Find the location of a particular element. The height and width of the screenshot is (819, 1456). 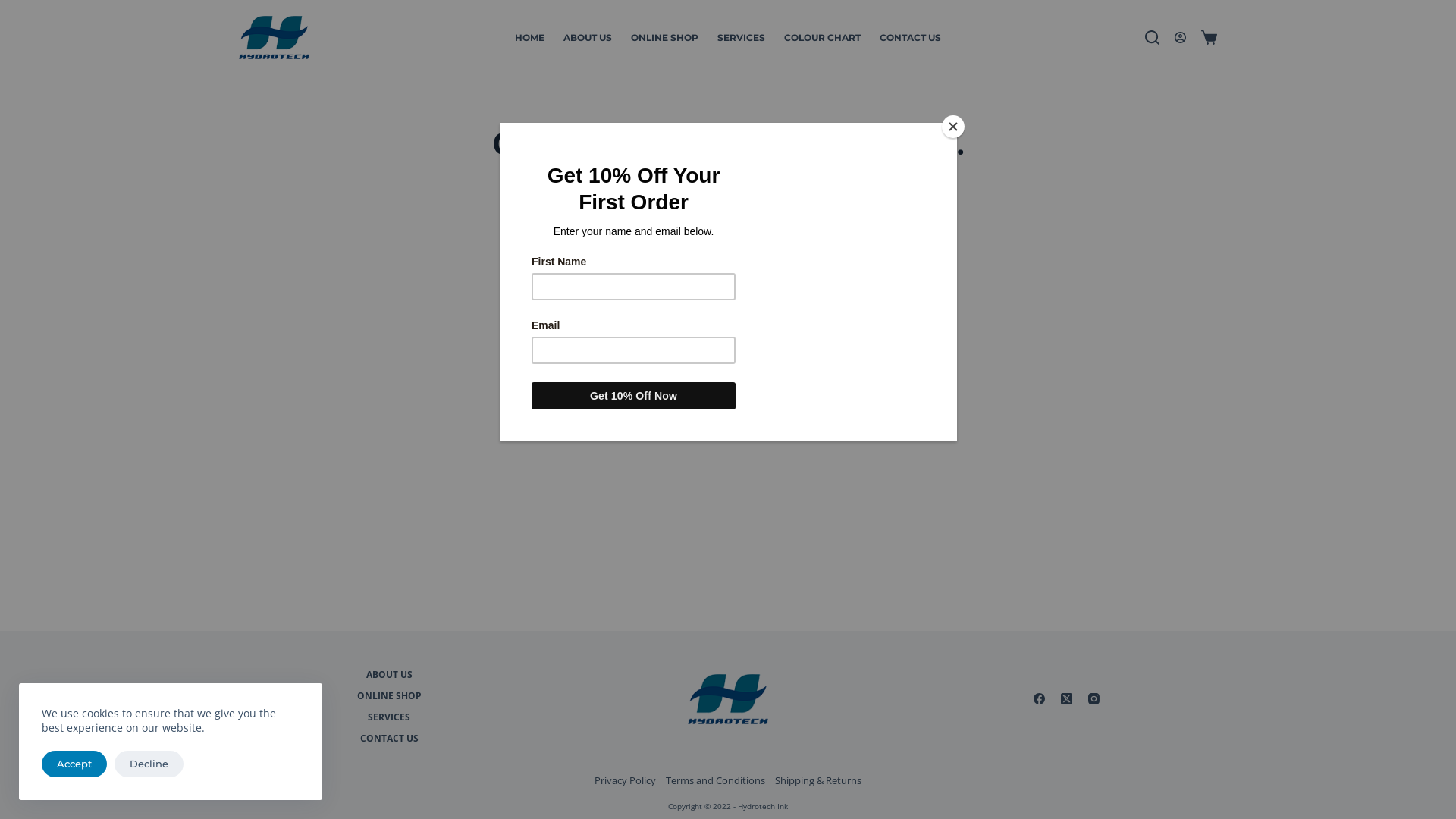

'Search for...' is located at coordinates (728, 242).